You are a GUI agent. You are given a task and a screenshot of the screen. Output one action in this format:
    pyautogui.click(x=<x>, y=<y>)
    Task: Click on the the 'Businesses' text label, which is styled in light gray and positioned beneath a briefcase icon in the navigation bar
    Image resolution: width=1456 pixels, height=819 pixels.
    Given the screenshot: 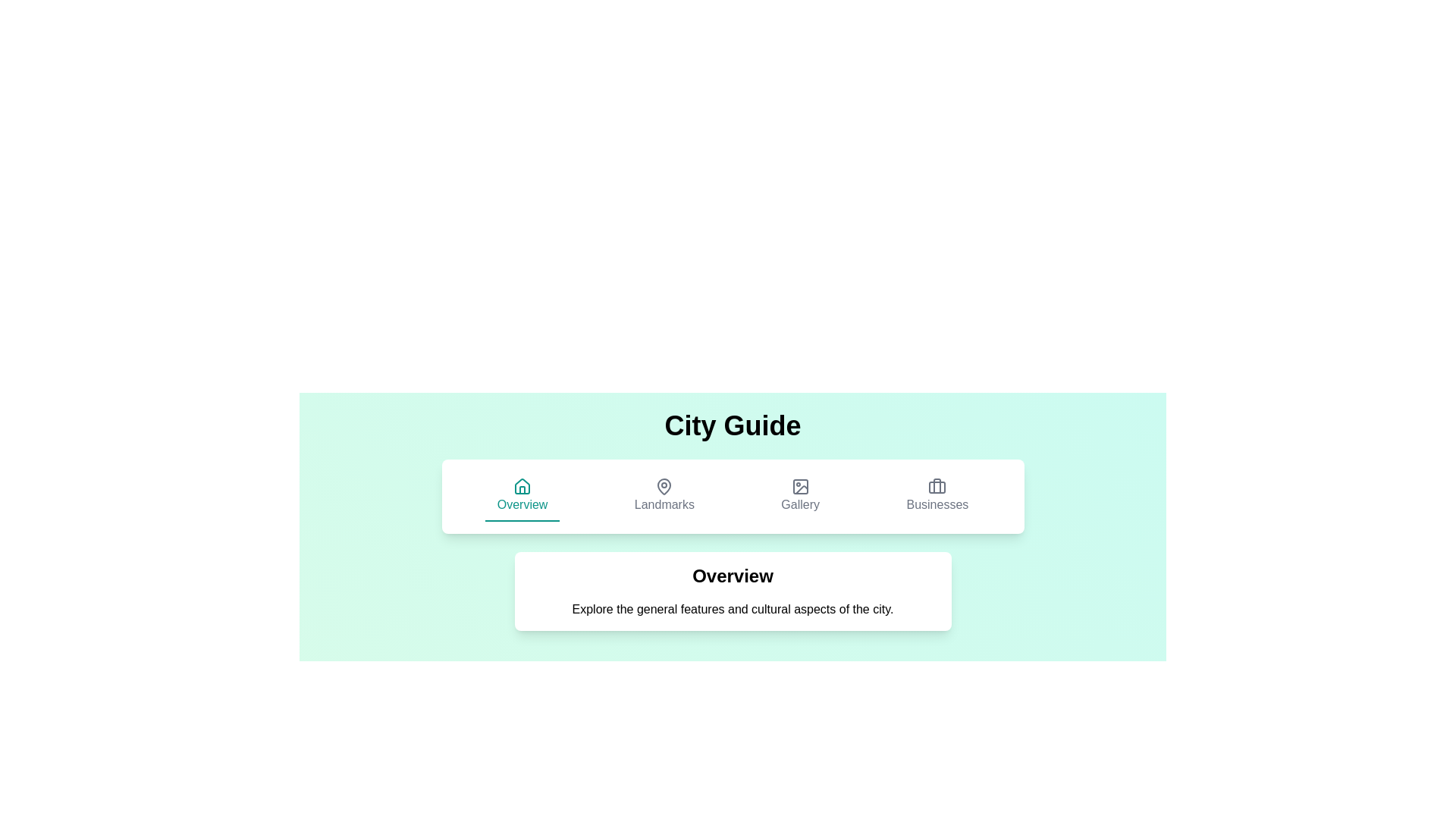 What is the action you would take?
    pyautogui.click(x=937, y=505)
    